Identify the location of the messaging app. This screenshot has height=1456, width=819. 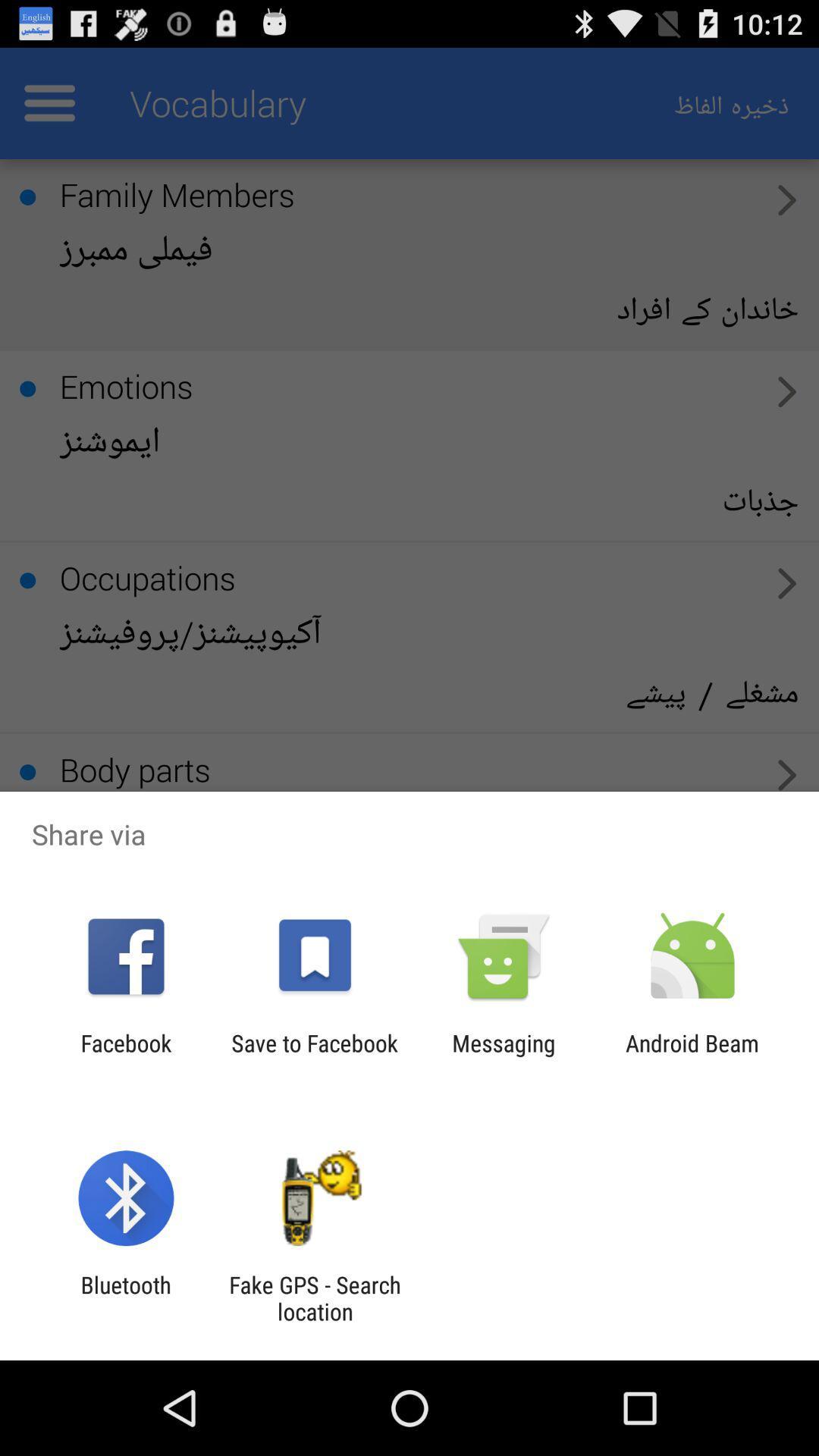
(504, 1056).